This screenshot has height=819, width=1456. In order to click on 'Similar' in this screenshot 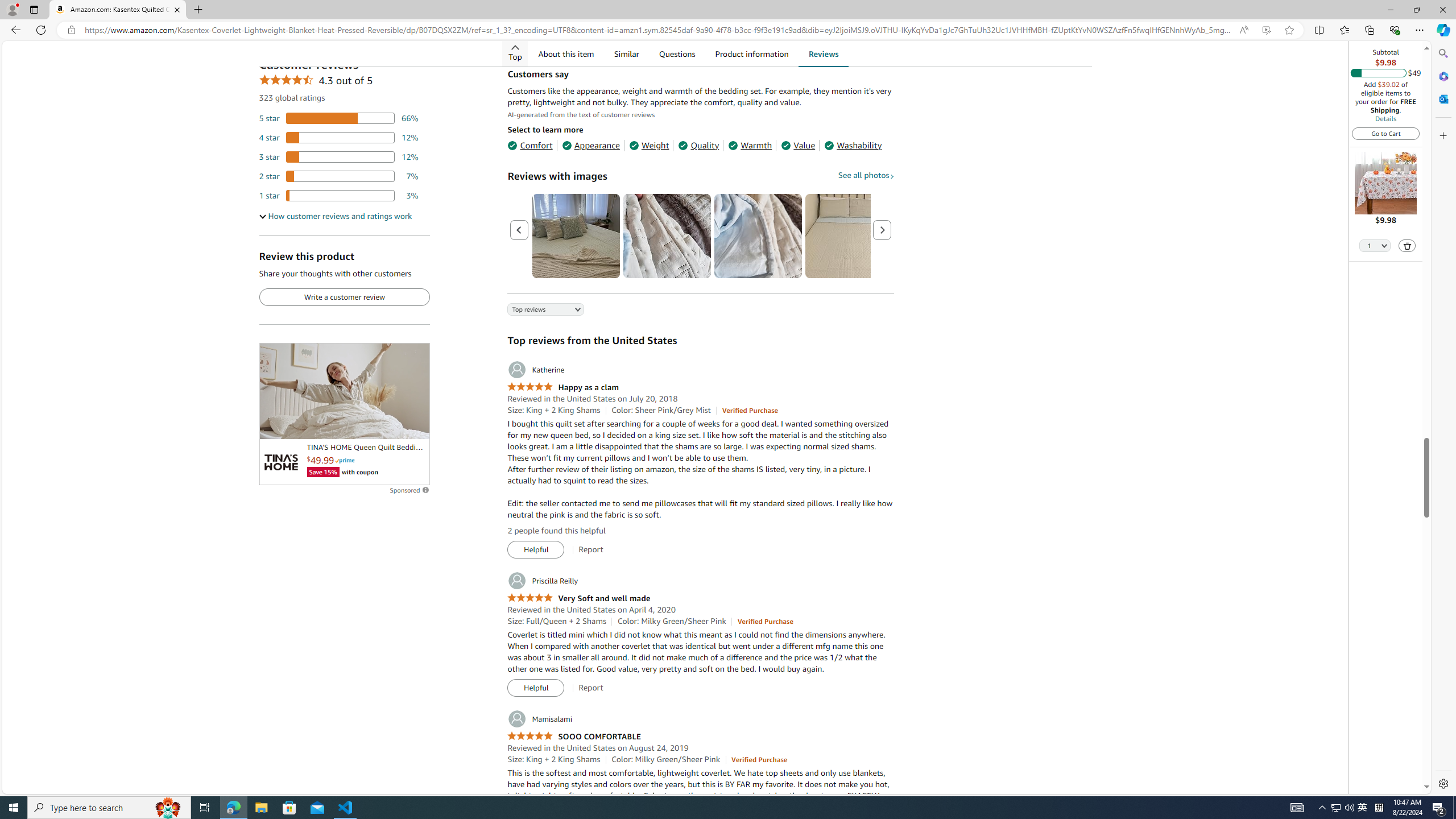, I will do `click(626, 53)`.